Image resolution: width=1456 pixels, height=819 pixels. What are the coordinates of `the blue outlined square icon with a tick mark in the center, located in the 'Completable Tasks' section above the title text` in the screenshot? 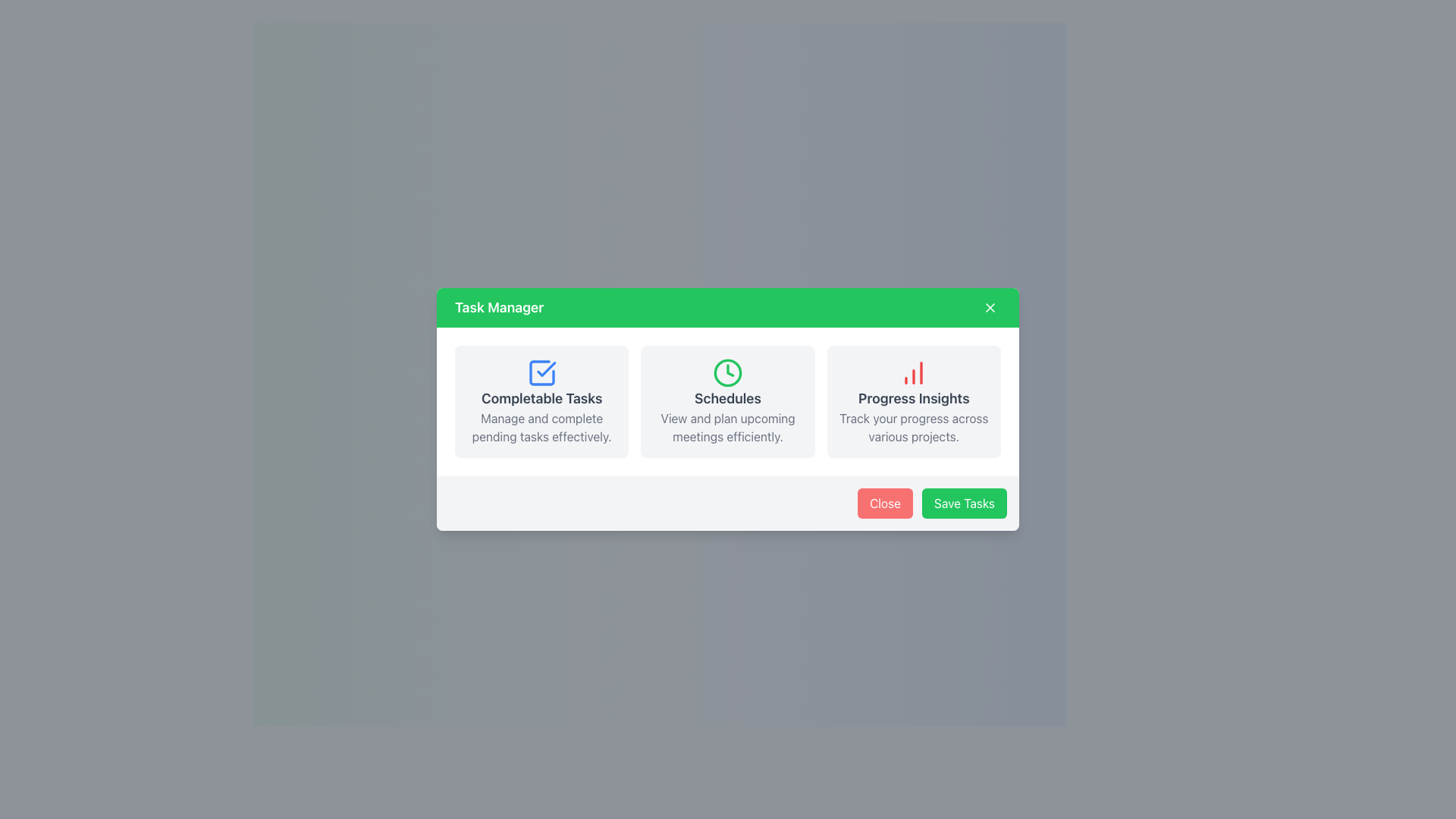 It's located at (541, 373).